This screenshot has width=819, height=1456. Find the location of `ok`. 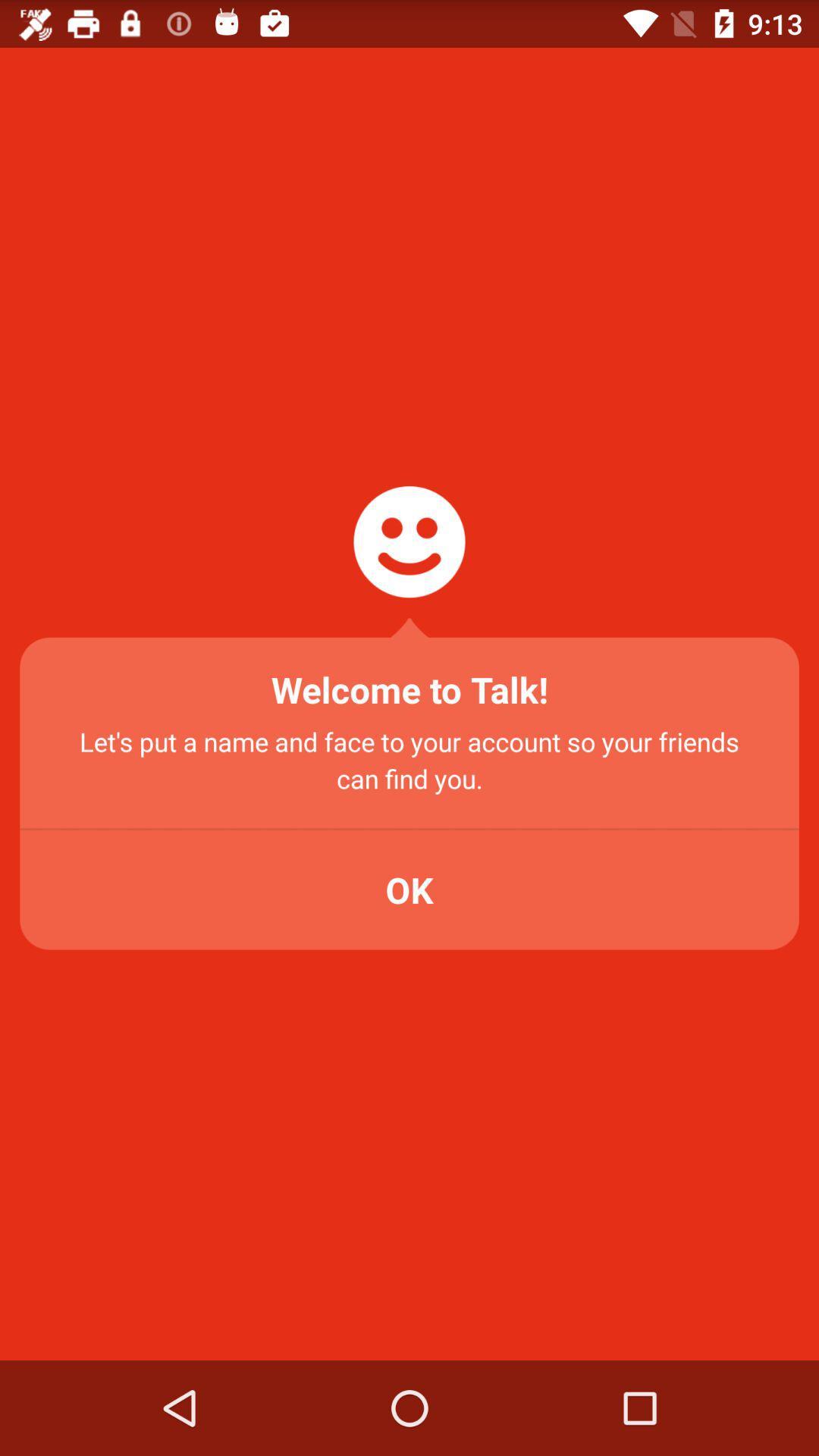

ok is located at coordinates (409, 890).